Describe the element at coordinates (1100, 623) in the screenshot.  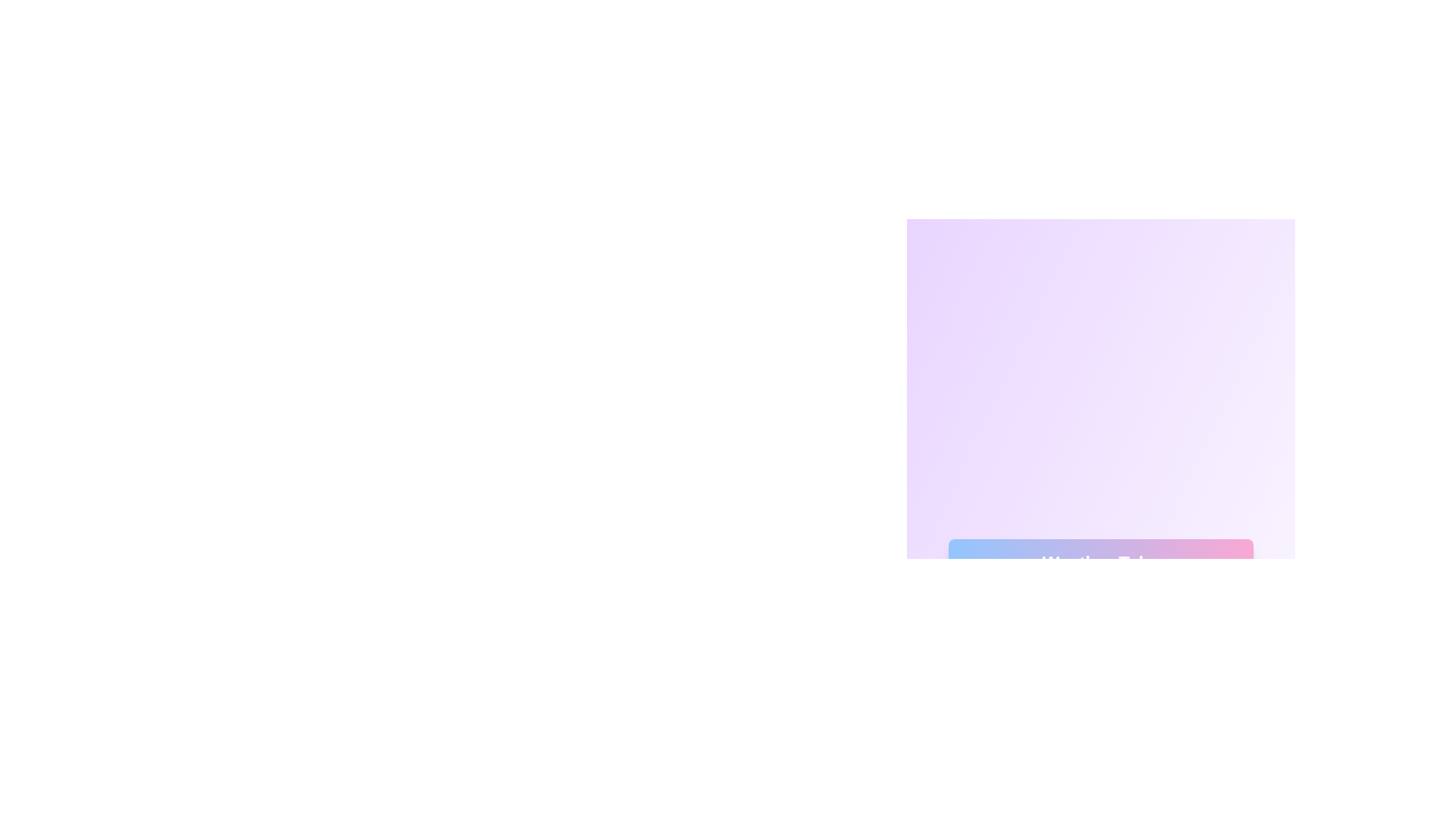
I see `the weather condition by clicking on the corresponding tab: Night` at that location.